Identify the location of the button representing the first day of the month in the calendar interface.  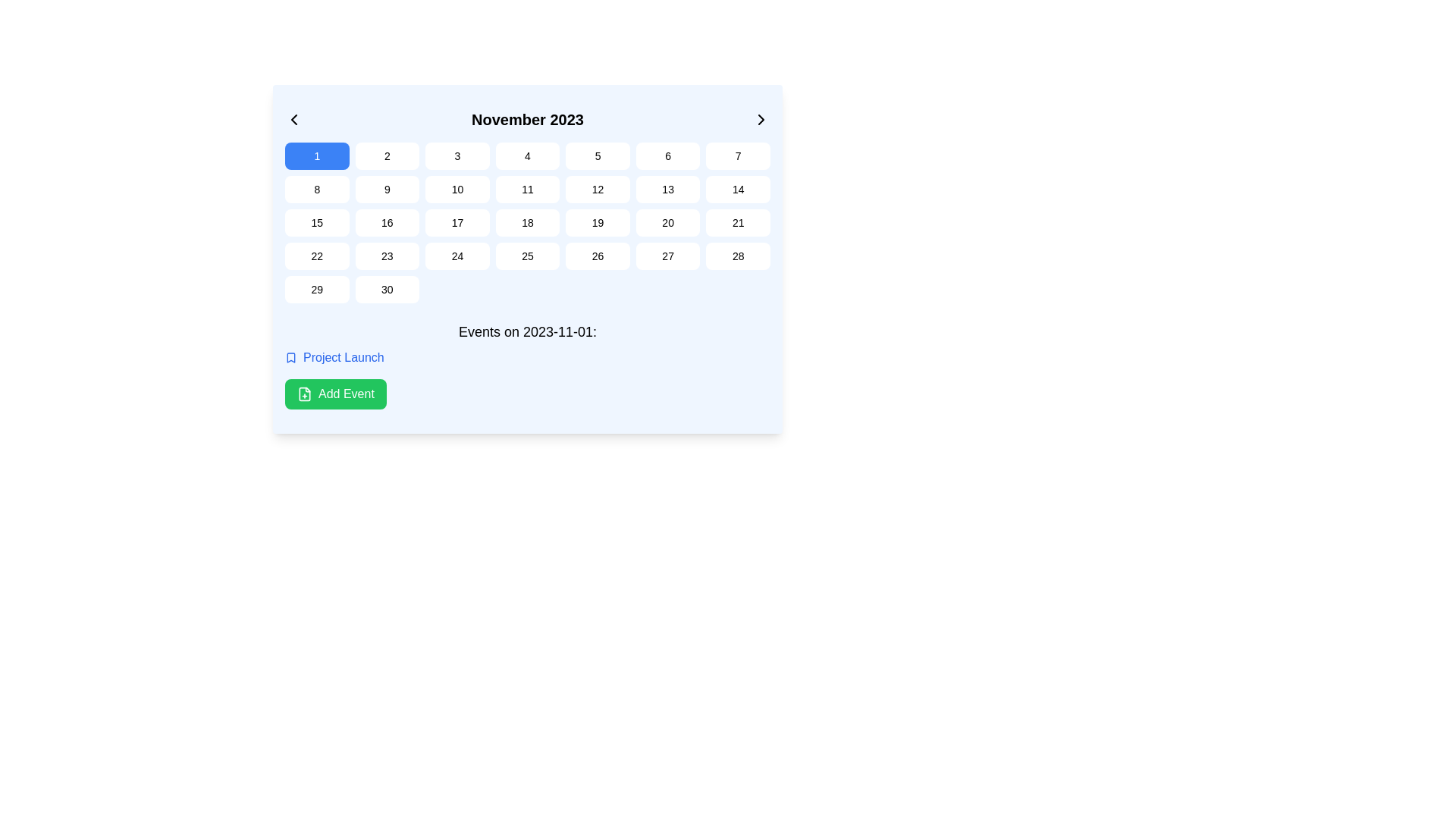
(315, 155).